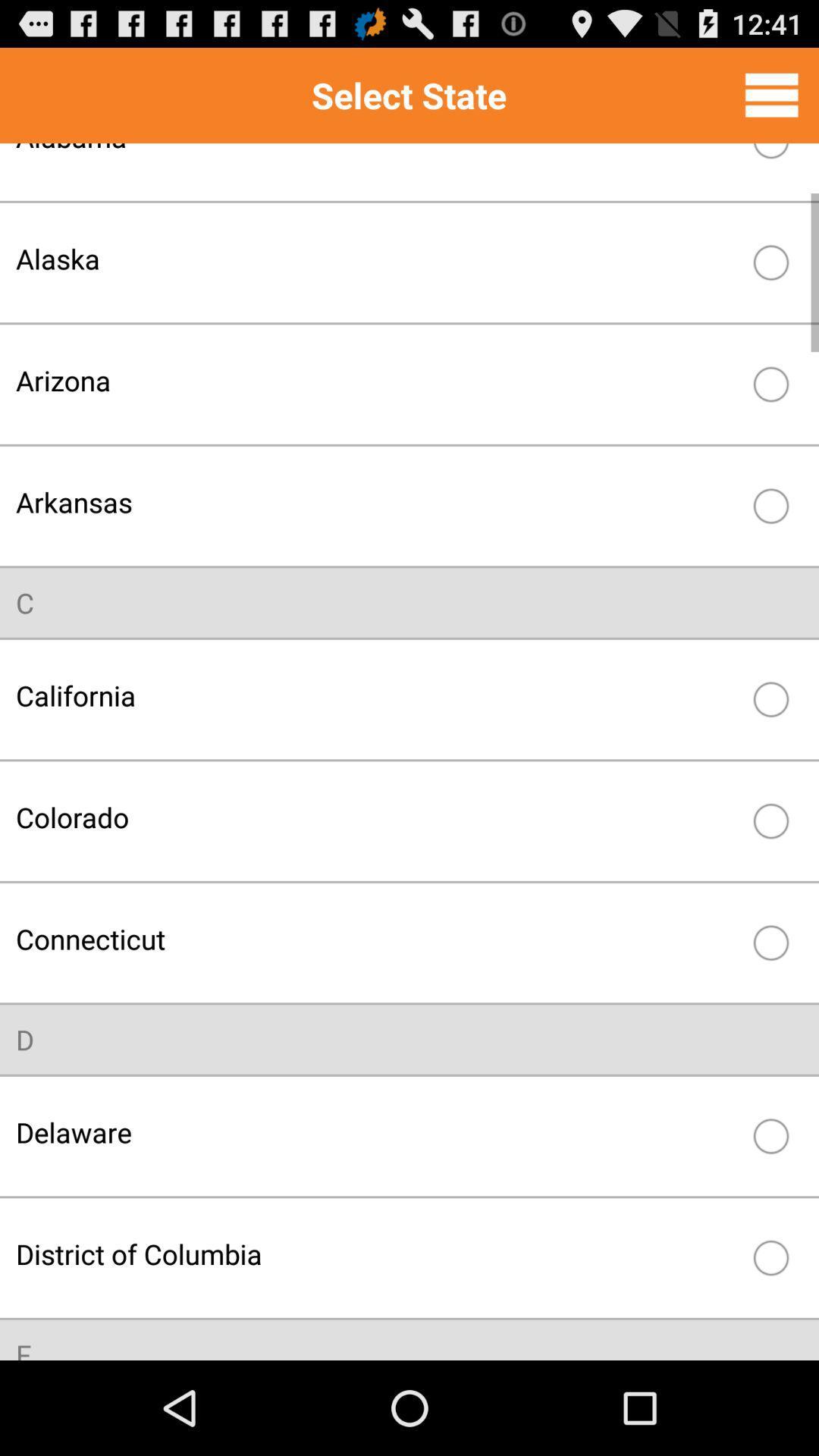 The image size is (819, 1456). What do you see at coordinates (771, 94) in the screenshot?
I see `full menu option` at bounding box center [771, 94].